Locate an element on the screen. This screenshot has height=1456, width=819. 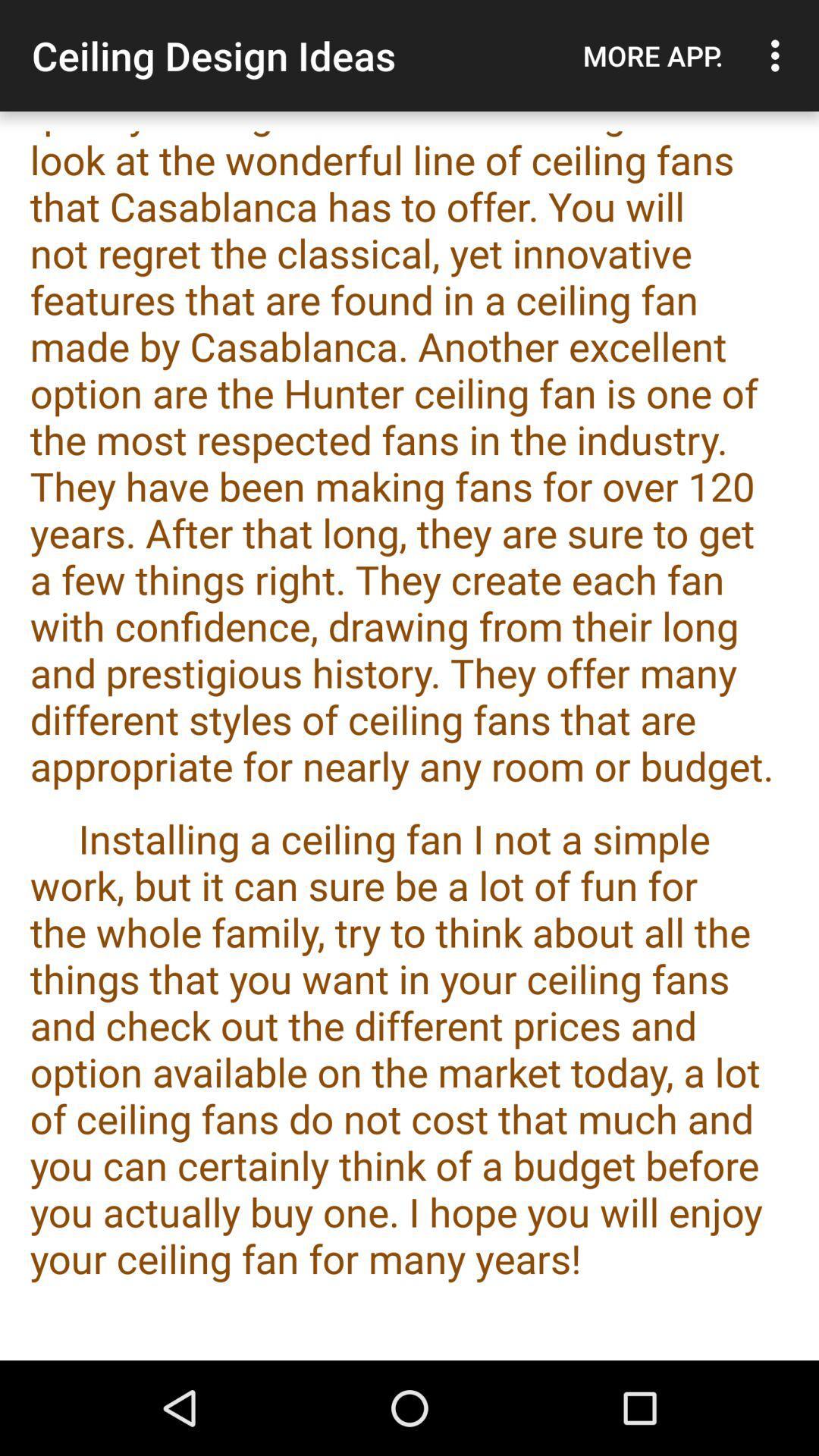
the more app. item is located at coordinates (652, 55).